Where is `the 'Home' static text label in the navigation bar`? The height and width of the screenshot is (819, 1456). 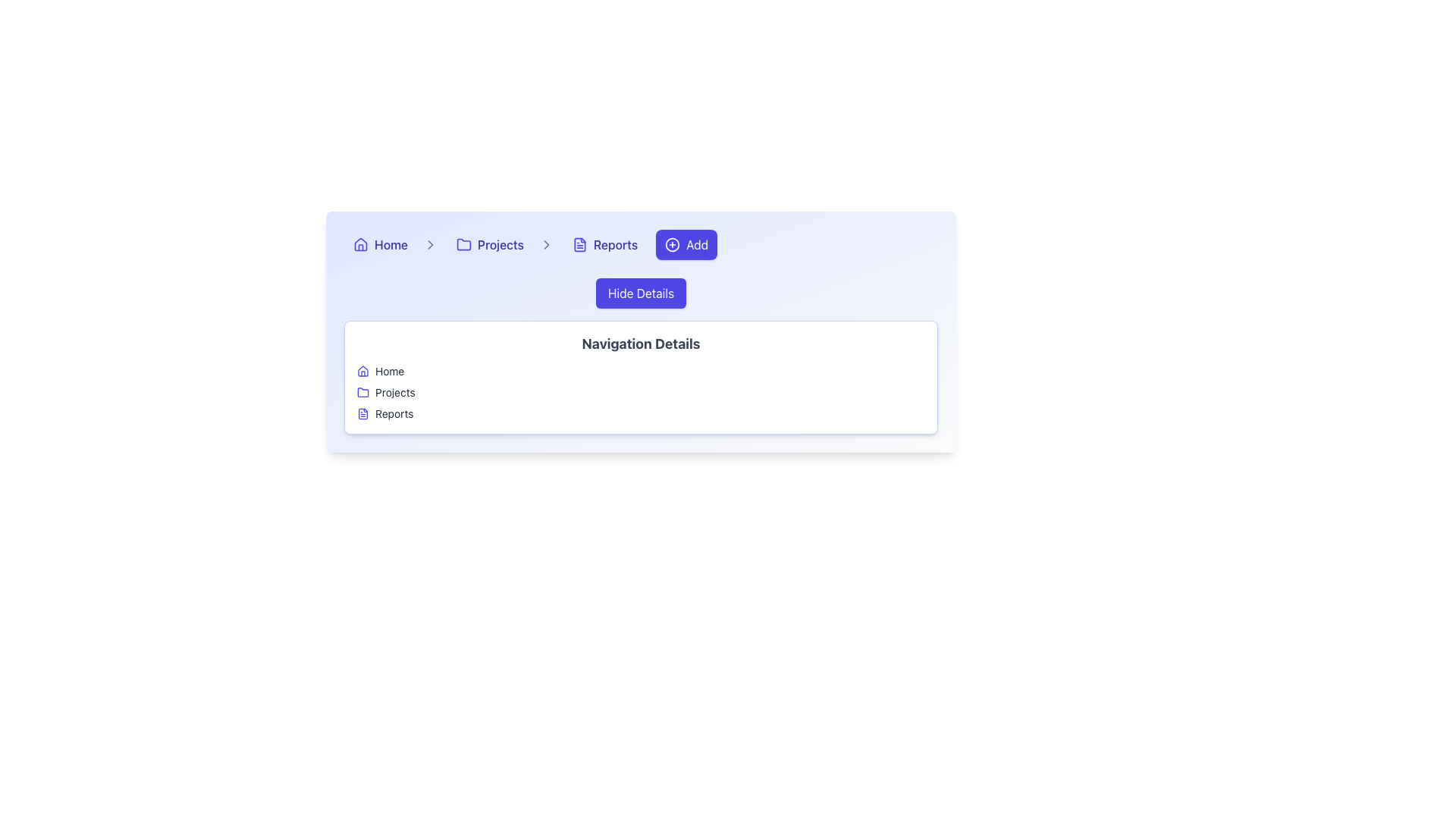 the 'Home' static text label in the navigation bar is located at coordinates (391, 244).